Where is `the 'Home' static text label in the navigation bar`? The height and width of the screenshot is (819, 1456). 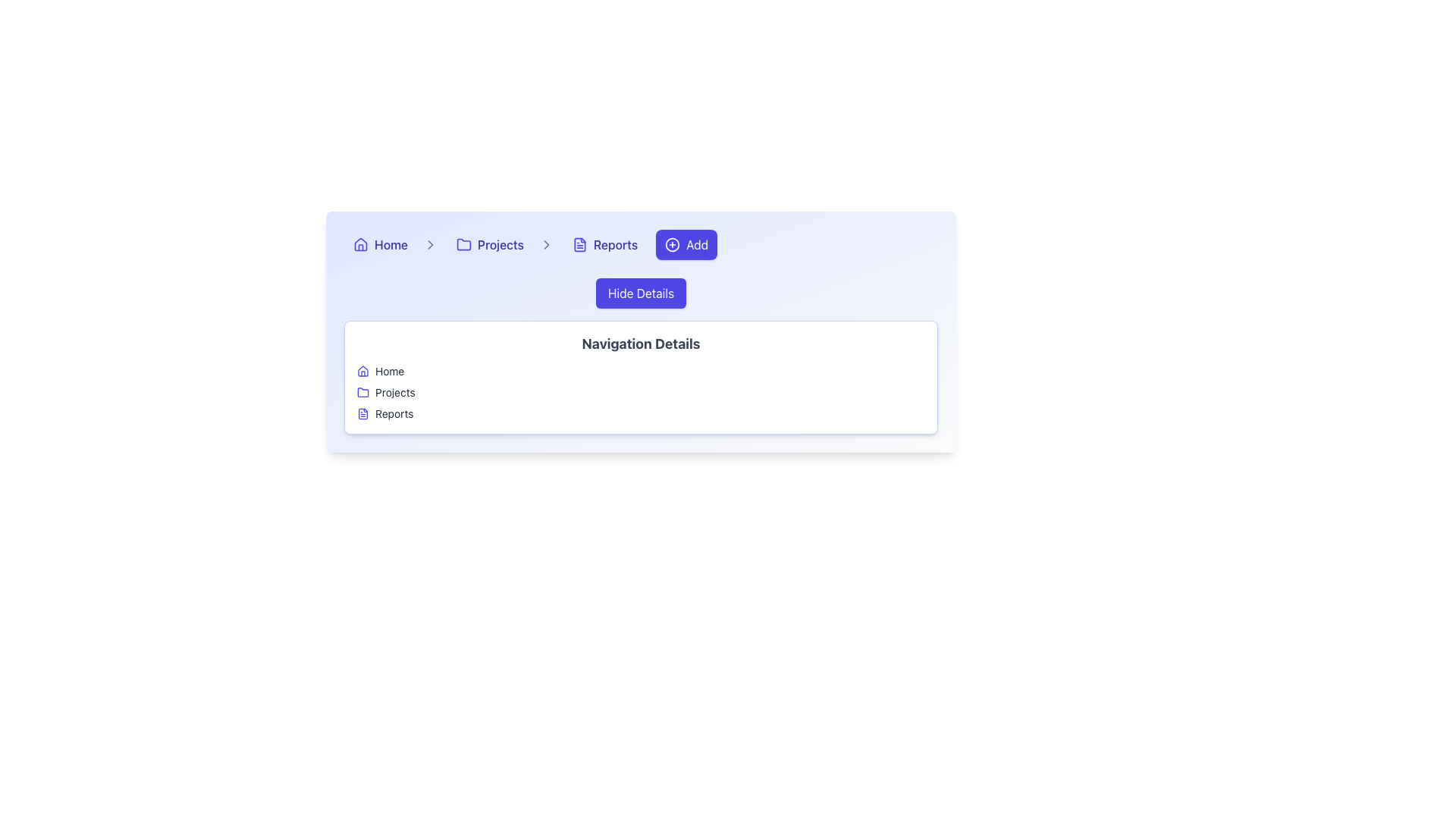 the 'Home' static text label in the navigation bar is located at coordinates (391, 244).